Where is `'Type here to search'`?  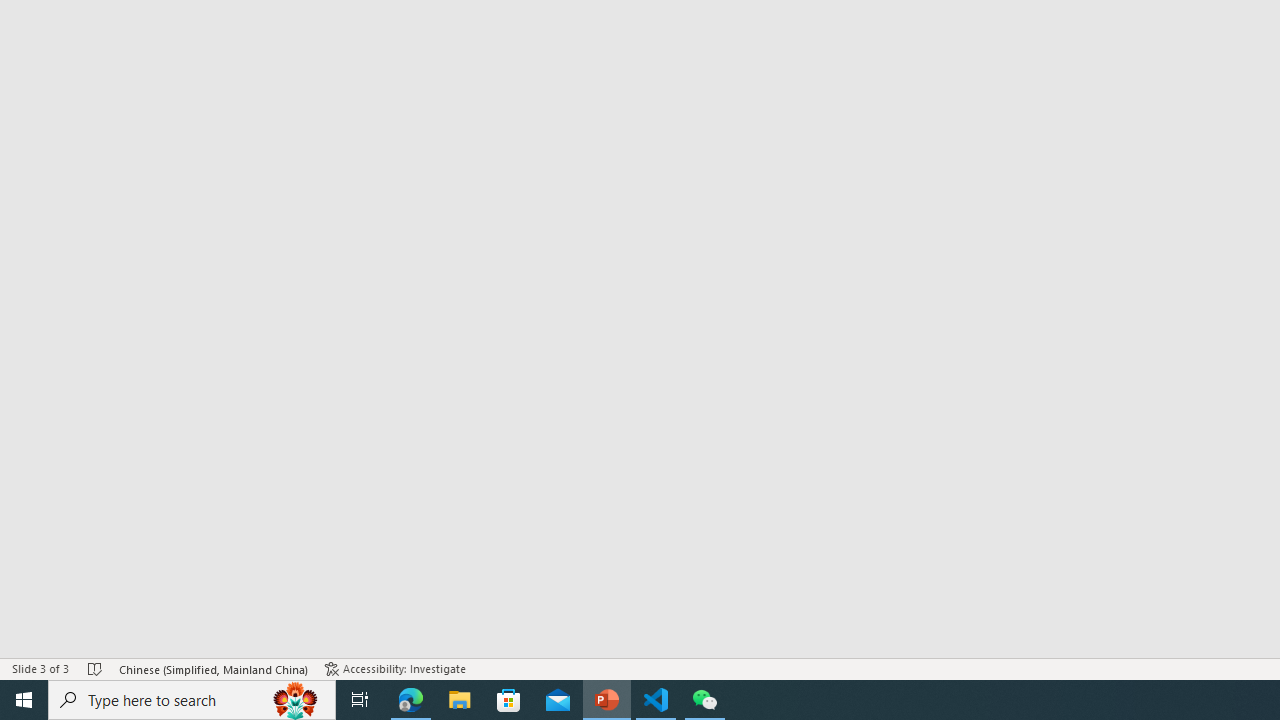 'Type here to search' is located at coordinates (192, 698).